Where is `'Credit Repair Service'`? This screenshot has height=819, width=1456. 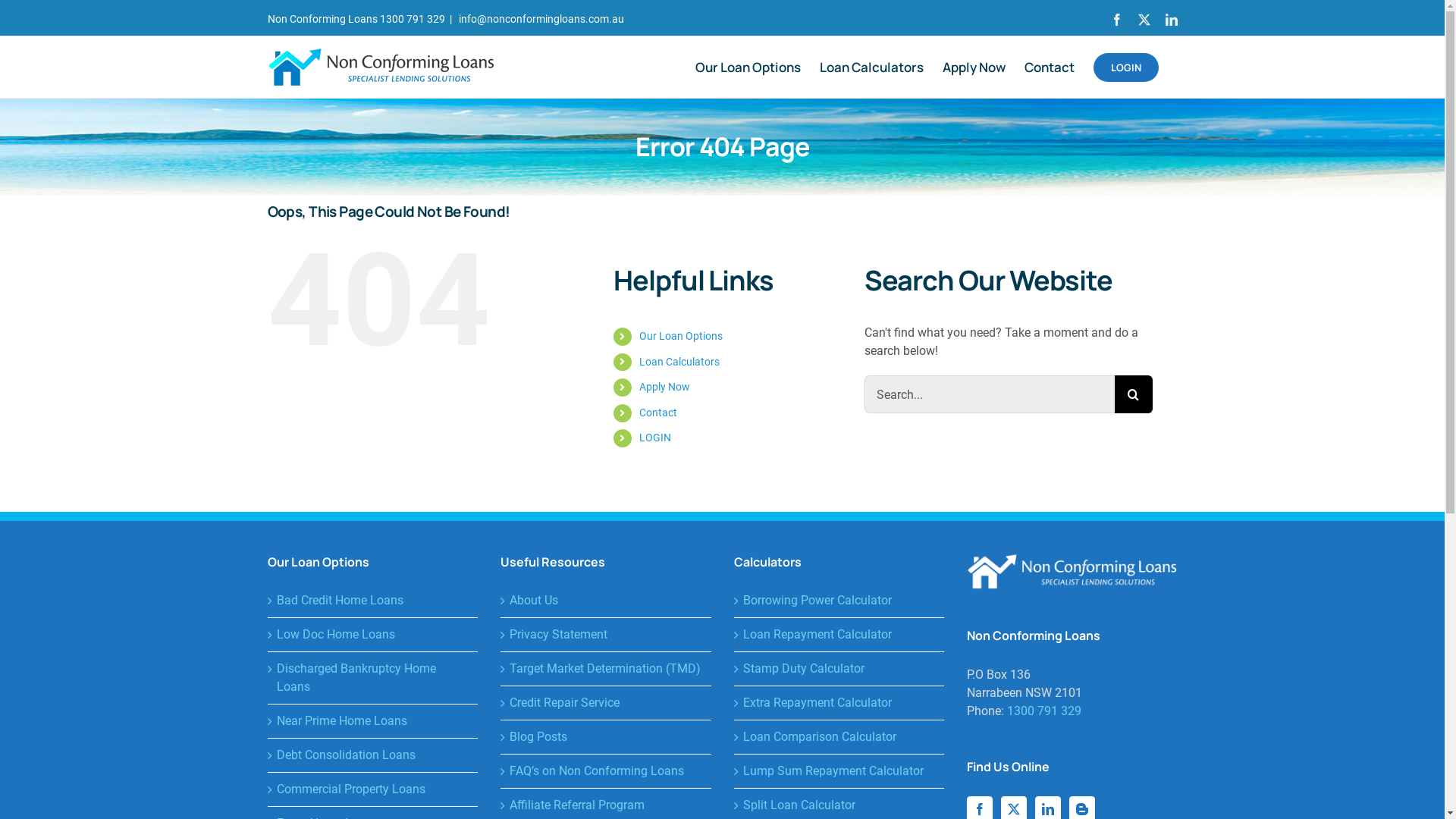 'Credit Repair Service' is located at coordinates (607, 702).